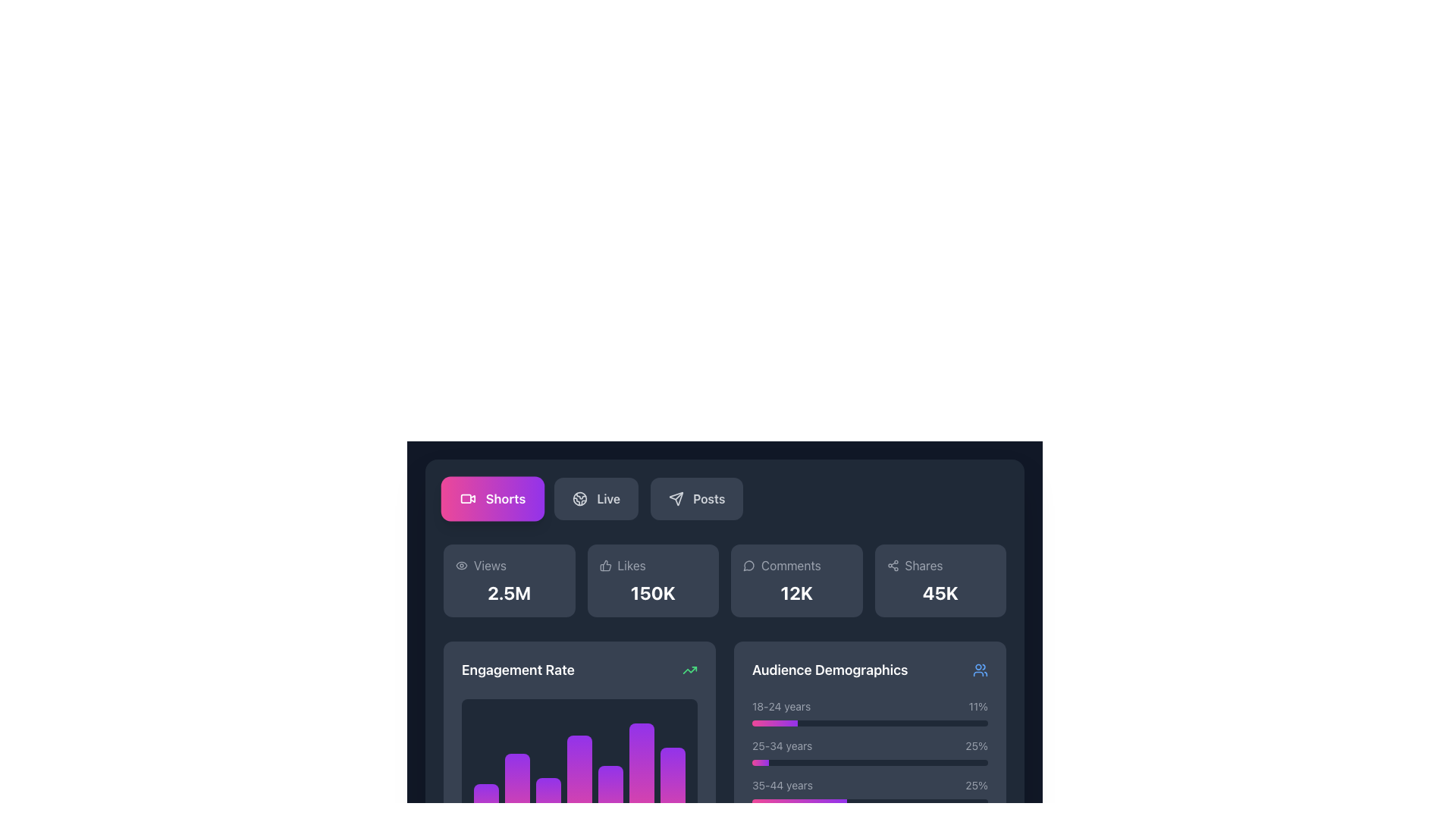 The image size is (1456, 819). What do you see at coordinates (579, 499) in the screenshot?
I see `the design of the globe icon located to the left of the 'Live' text within the 'Live' button in the navigation bar` at bounding box center [579, 499].